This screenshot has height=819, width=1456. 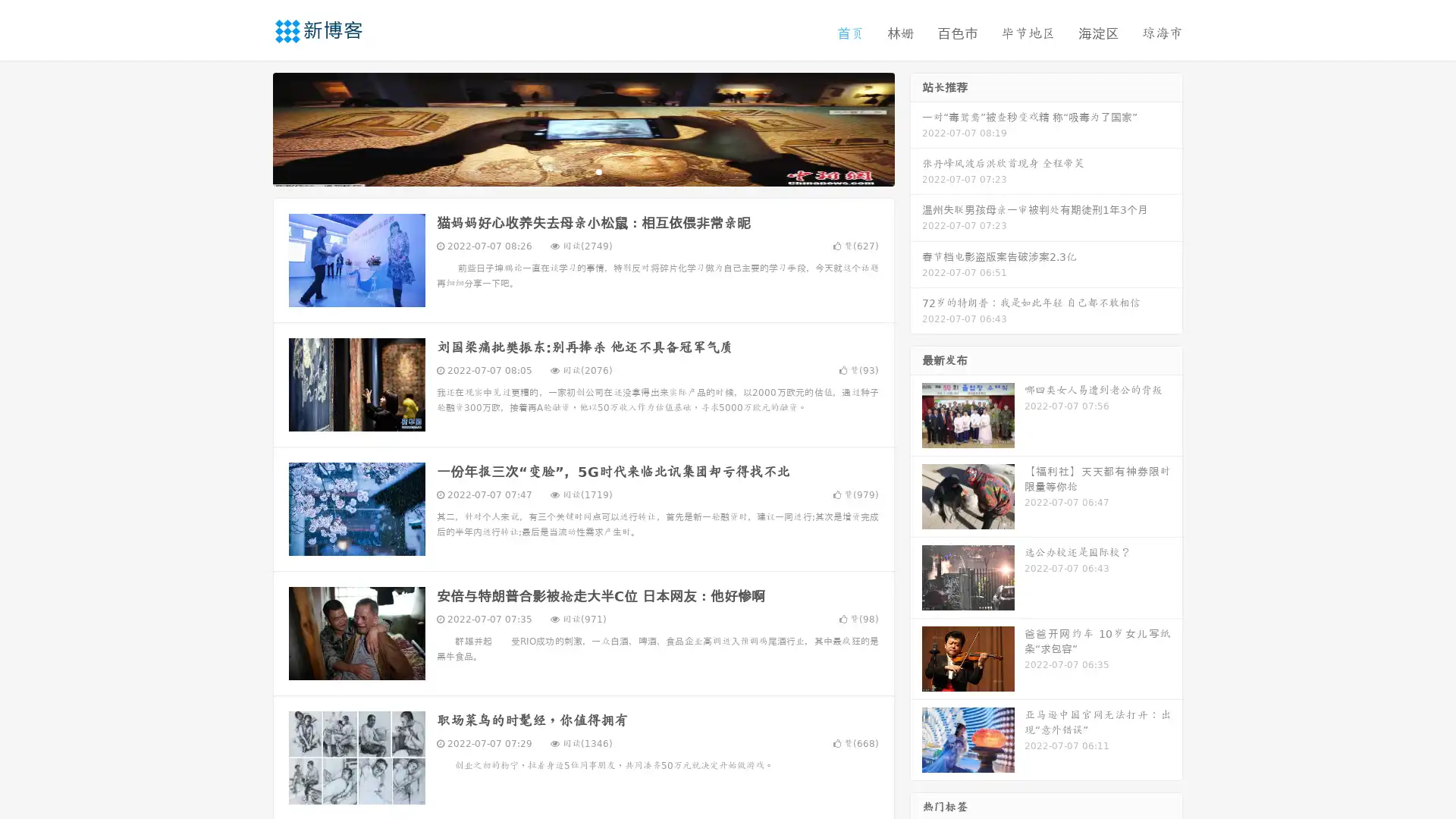 What do you see at coordinates (567, 171) in the screenshot?
I see `Go to slide 1` at bounding box center [567, 171].